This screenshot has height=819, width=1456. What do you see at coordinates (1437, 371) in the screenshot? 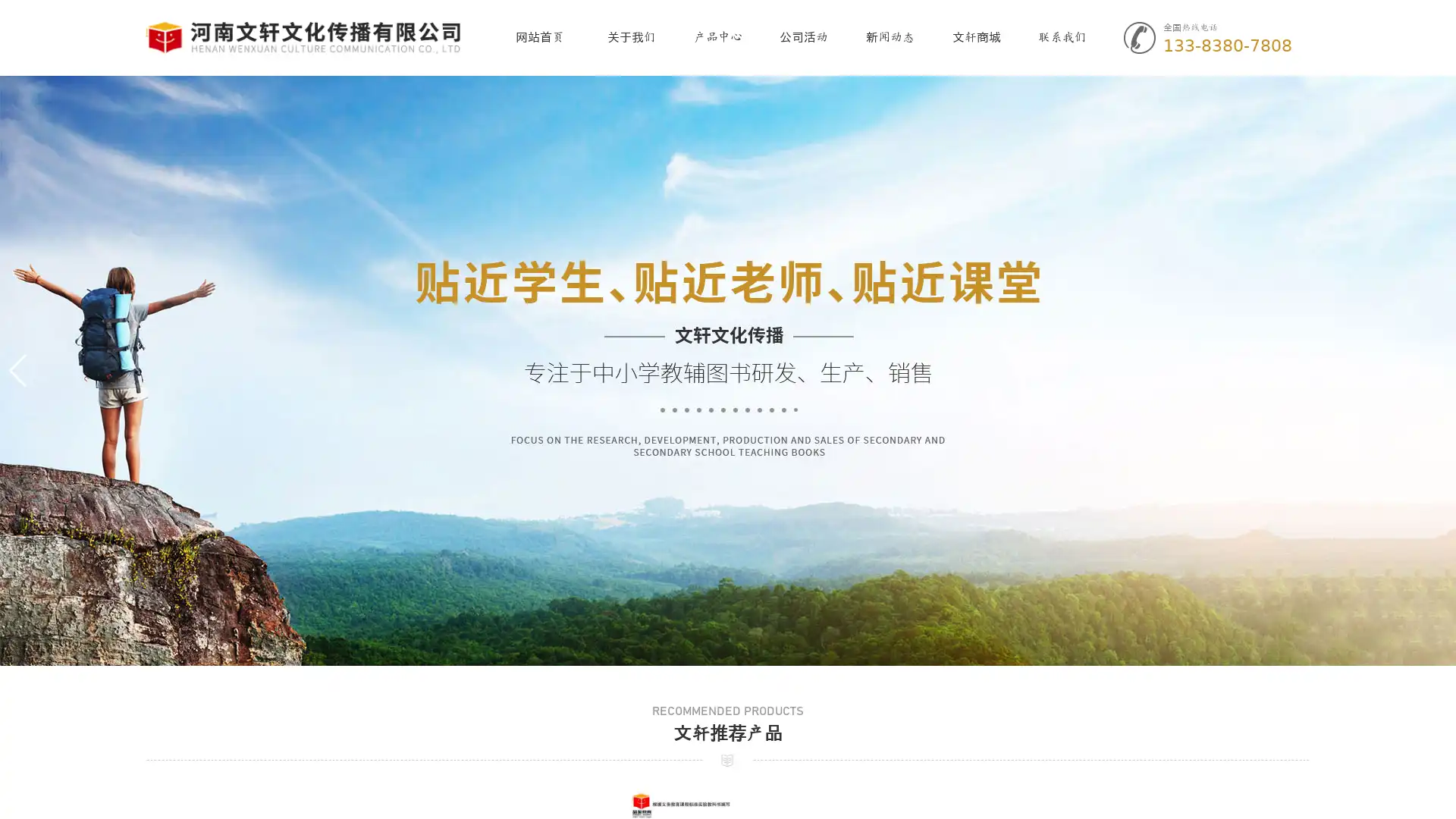
I see `Next slide` at bounding box center [1437, 371].